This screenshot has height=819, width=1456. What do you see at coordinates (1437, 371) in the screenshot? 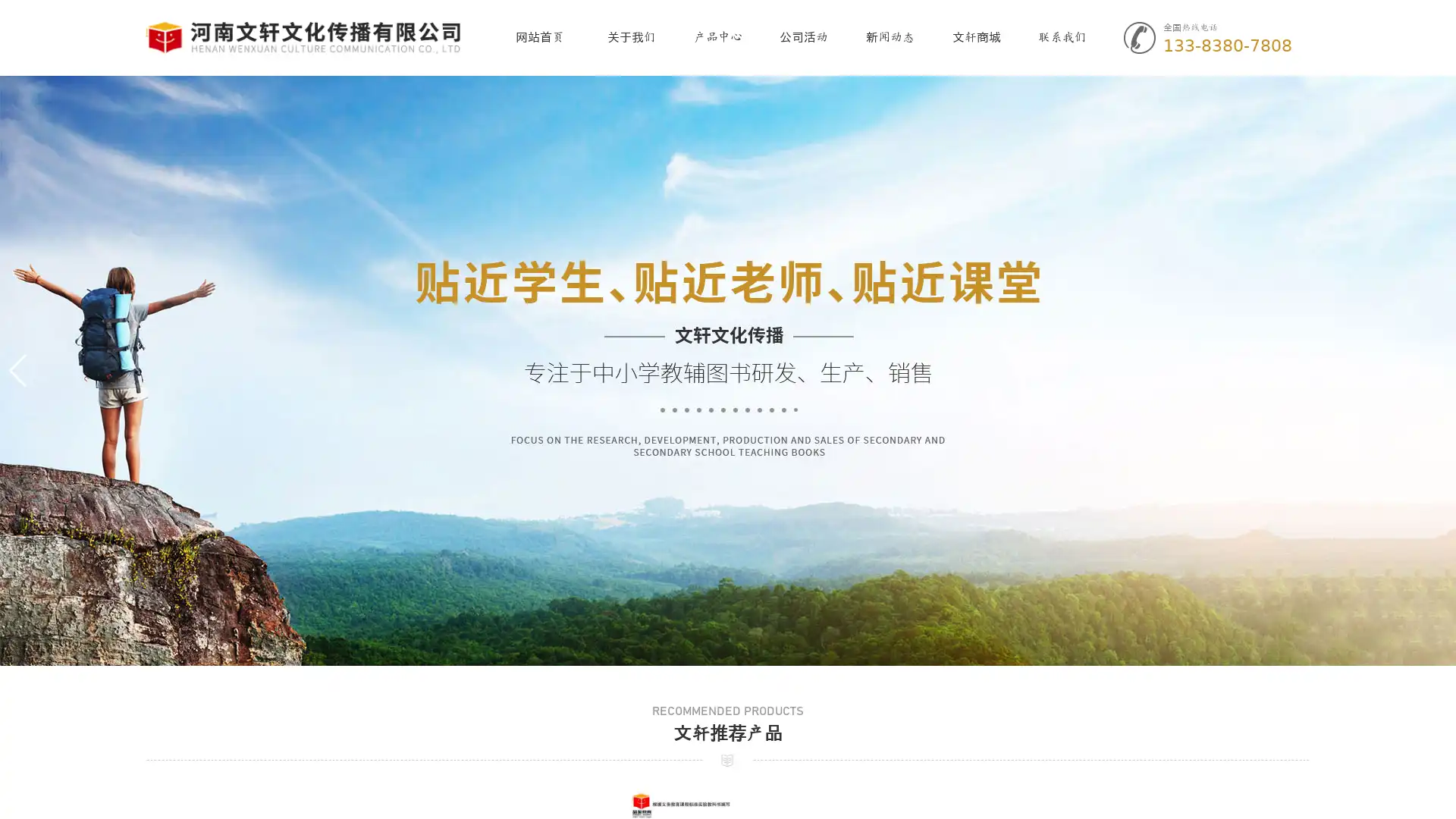
I see `Next slide` at bounding box center [1437, 371].